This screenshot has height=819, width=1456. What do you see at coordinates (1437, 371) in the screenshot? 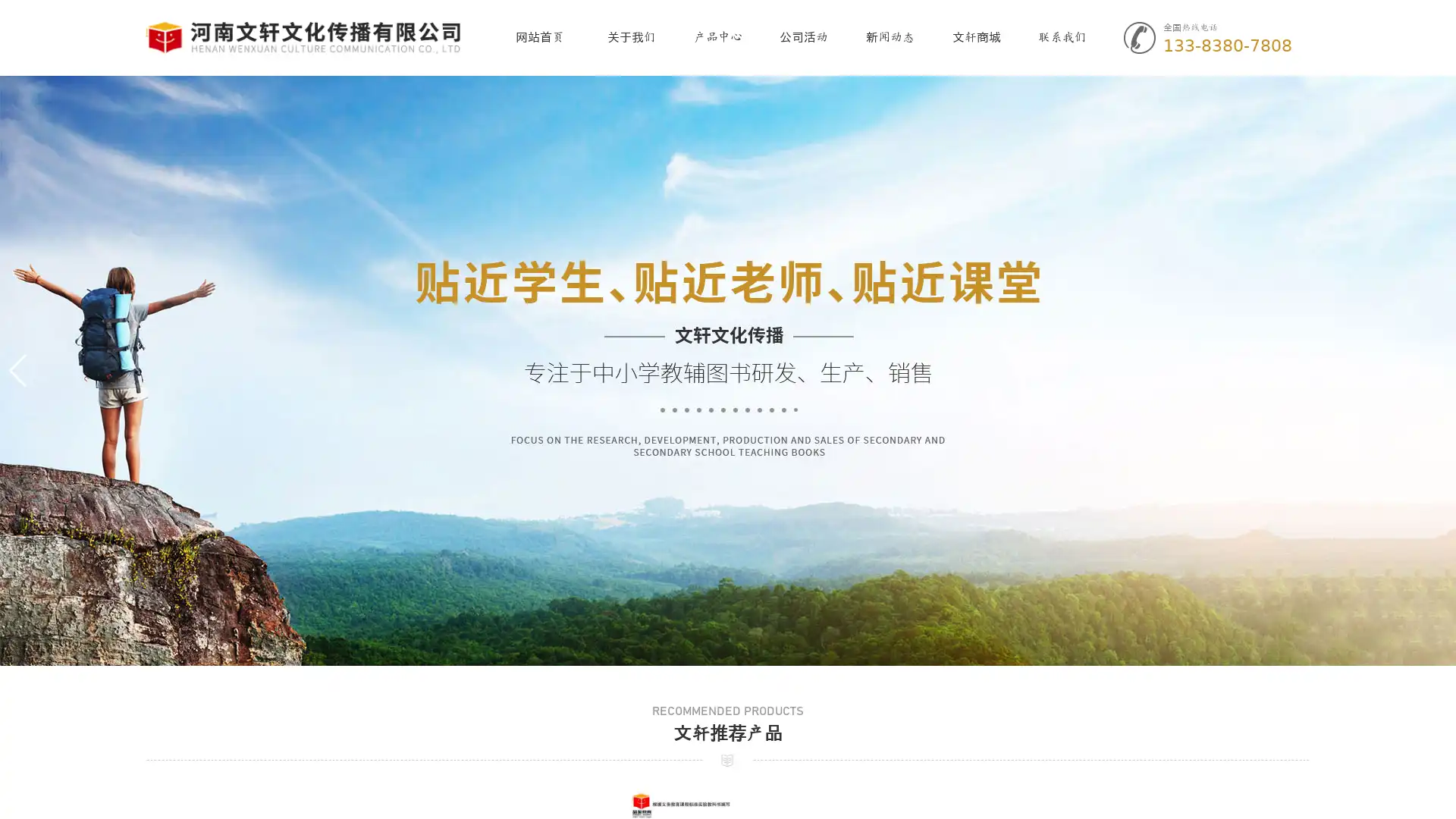
I see `Next slide` at bounding box center [1437, 371].